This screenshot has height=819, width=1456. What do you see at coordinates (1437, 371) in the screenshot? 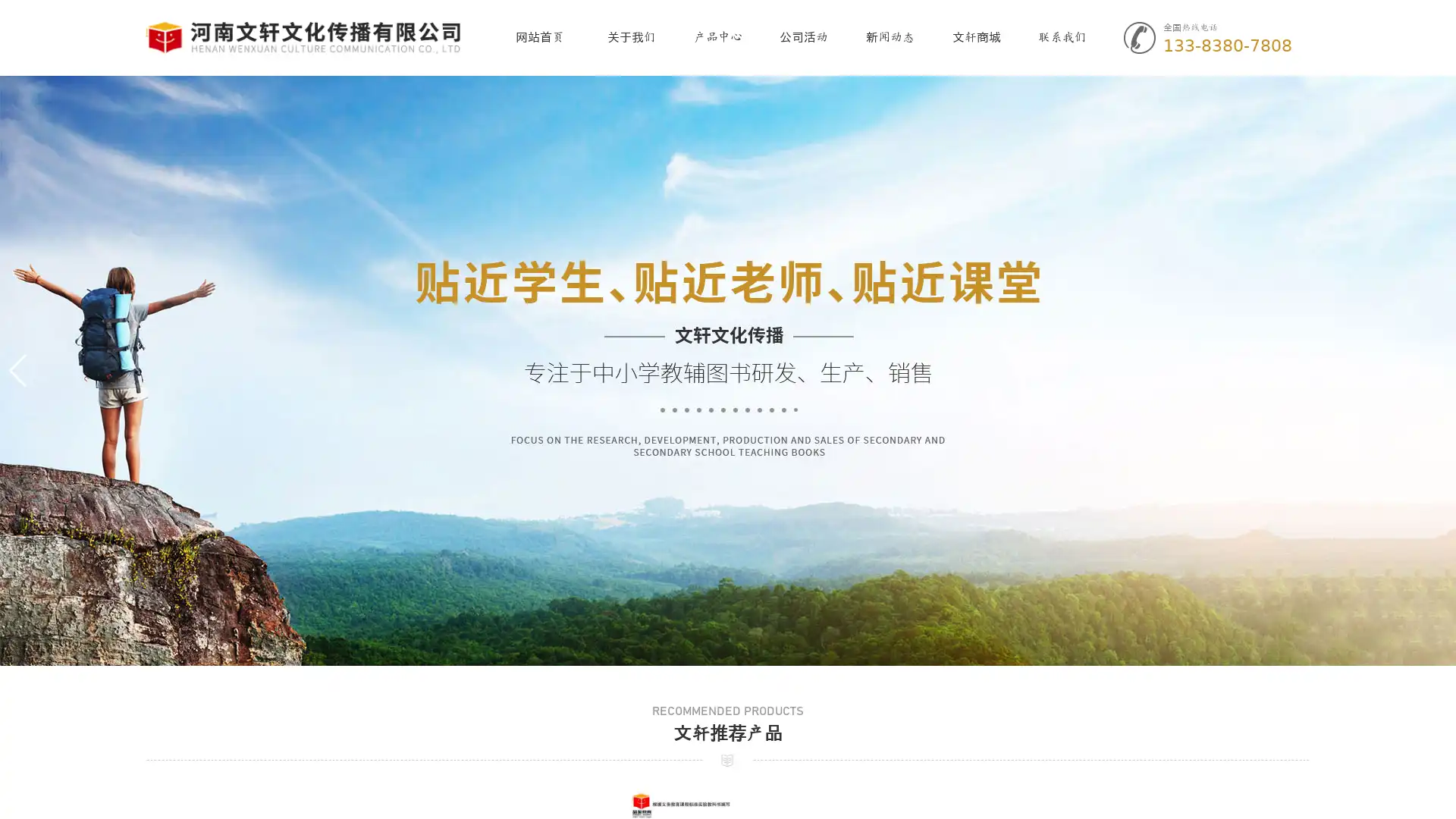
I see `Next slide` at bounding box center [1437, 371].